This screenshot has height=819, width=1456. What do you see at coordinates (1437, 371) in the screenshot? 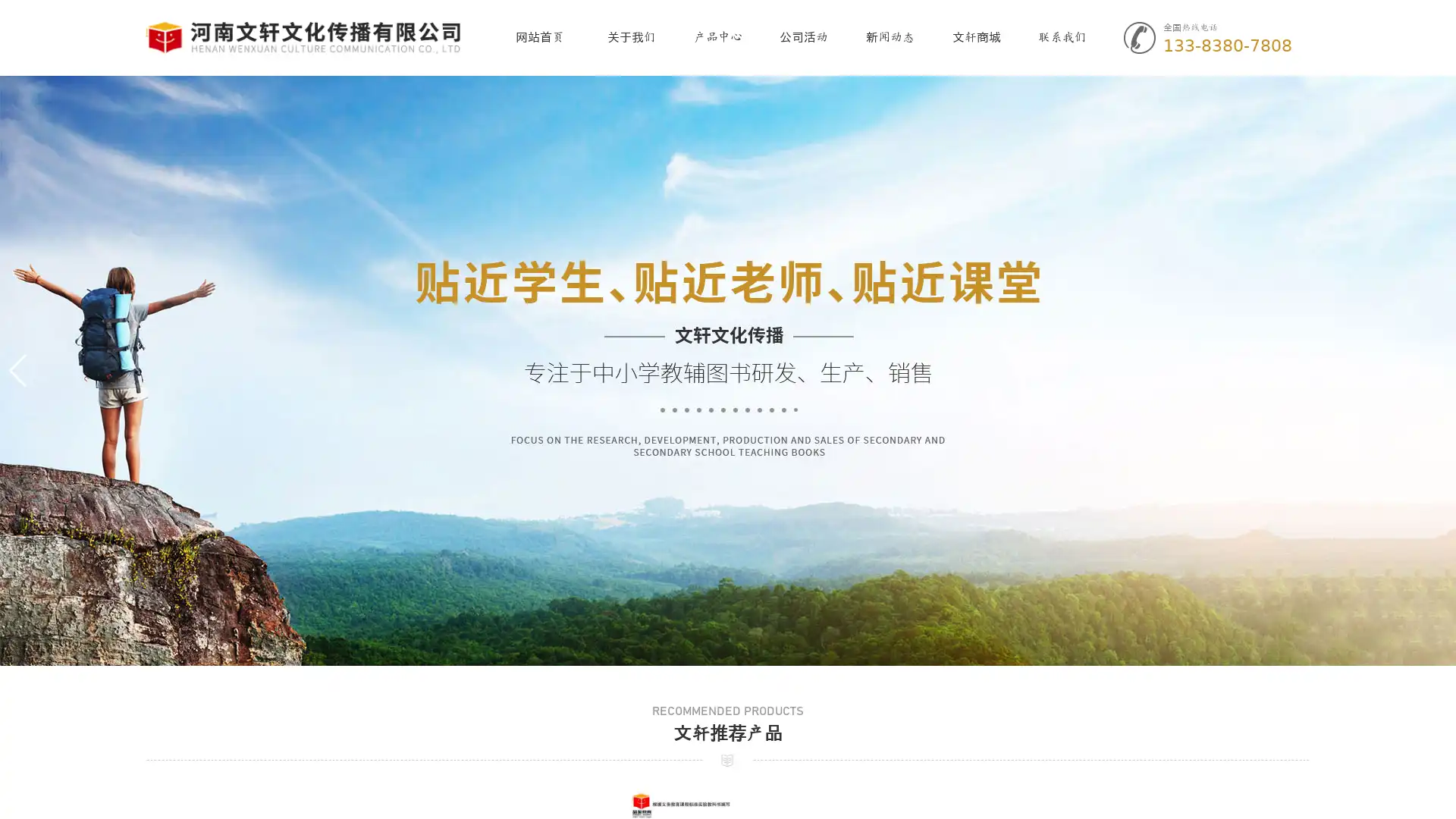
I see `Next slide` at bounding box center [1437, 371].